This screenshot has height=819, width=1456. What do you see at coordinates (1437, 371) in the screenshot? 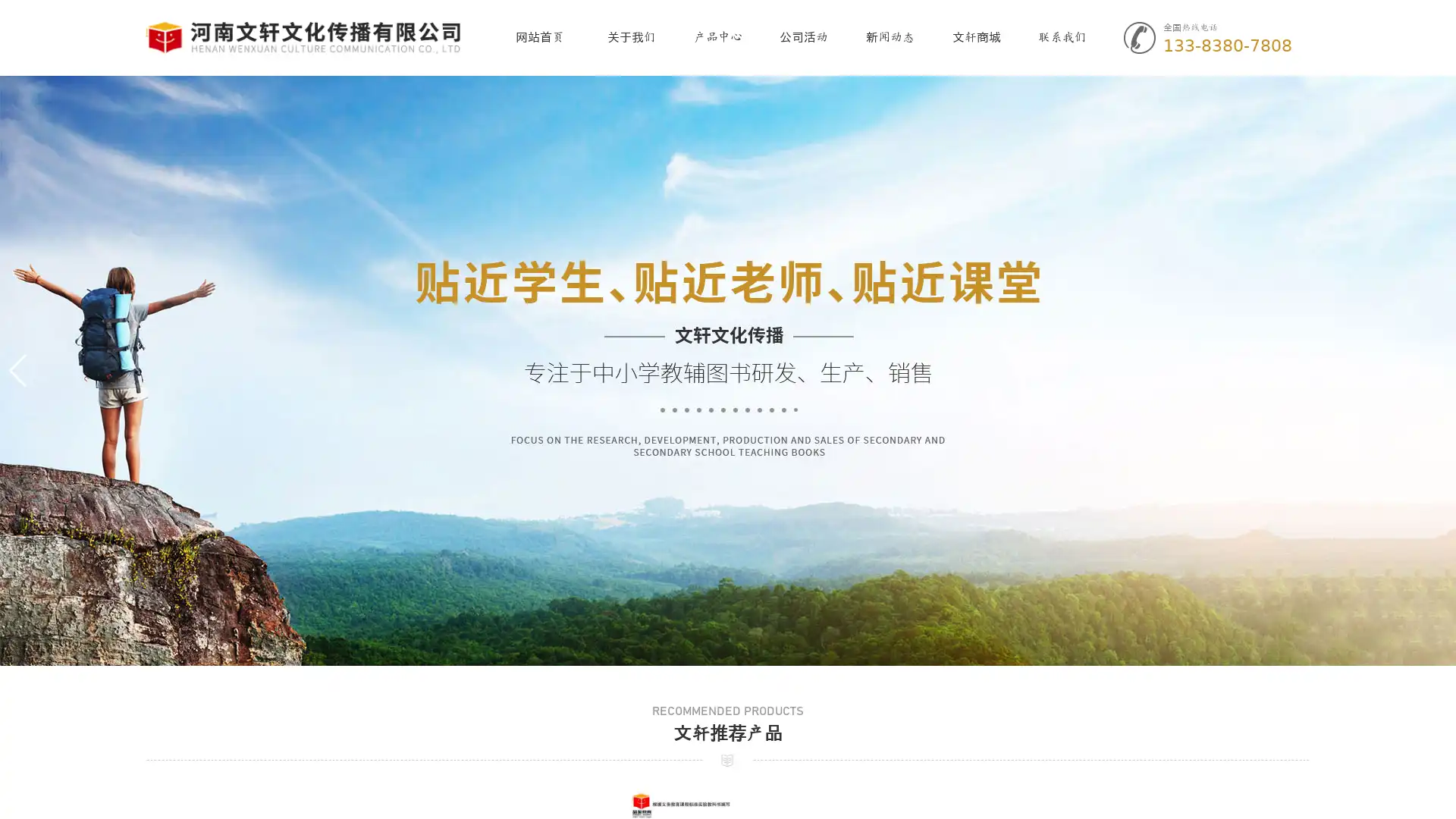
I see `Next slide` at bounding box center [1437, 371].